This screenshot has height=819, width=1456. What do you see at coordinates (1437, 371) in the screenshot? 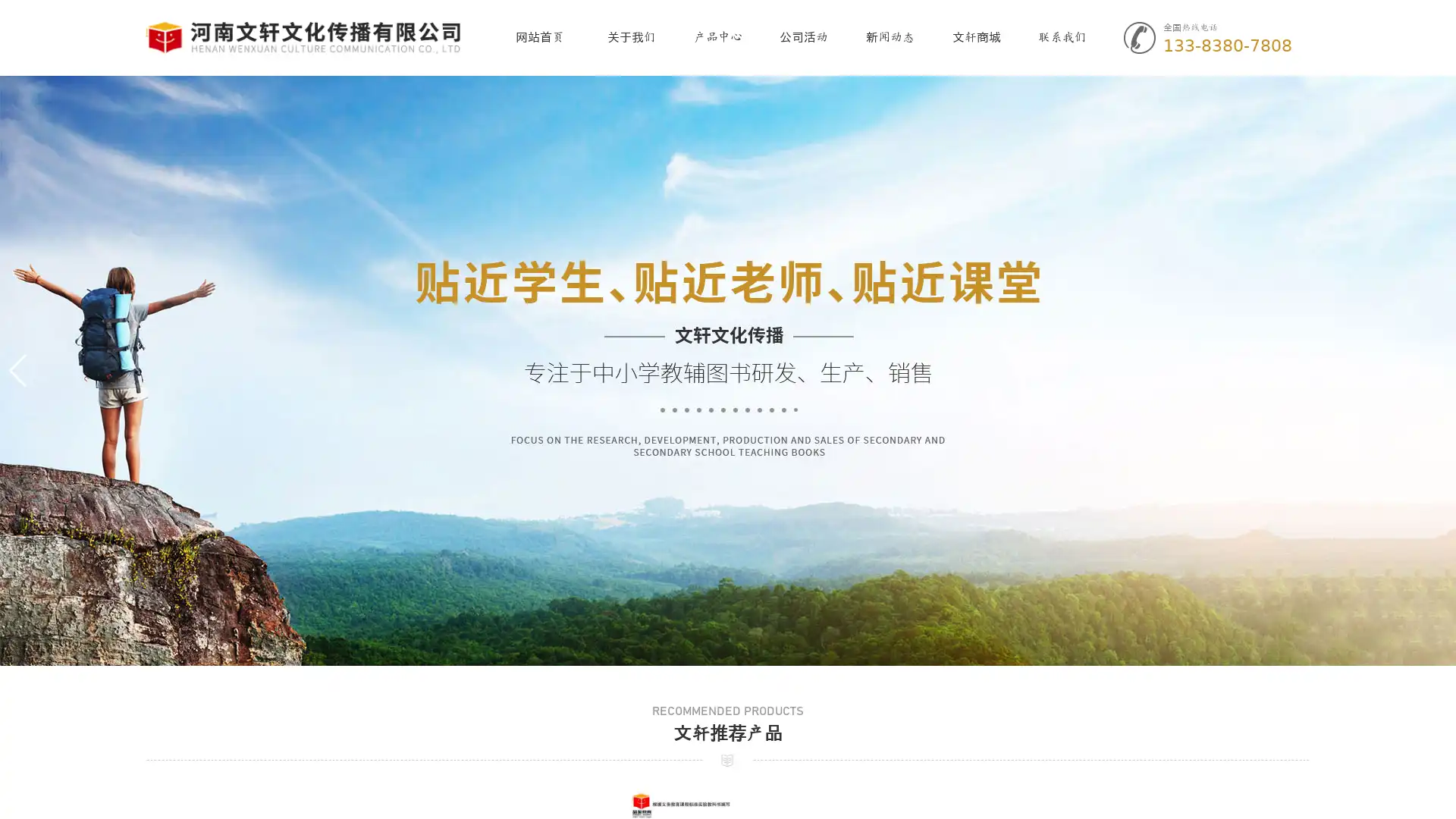
I see `Next slide` at bounding box center [1437, 371].